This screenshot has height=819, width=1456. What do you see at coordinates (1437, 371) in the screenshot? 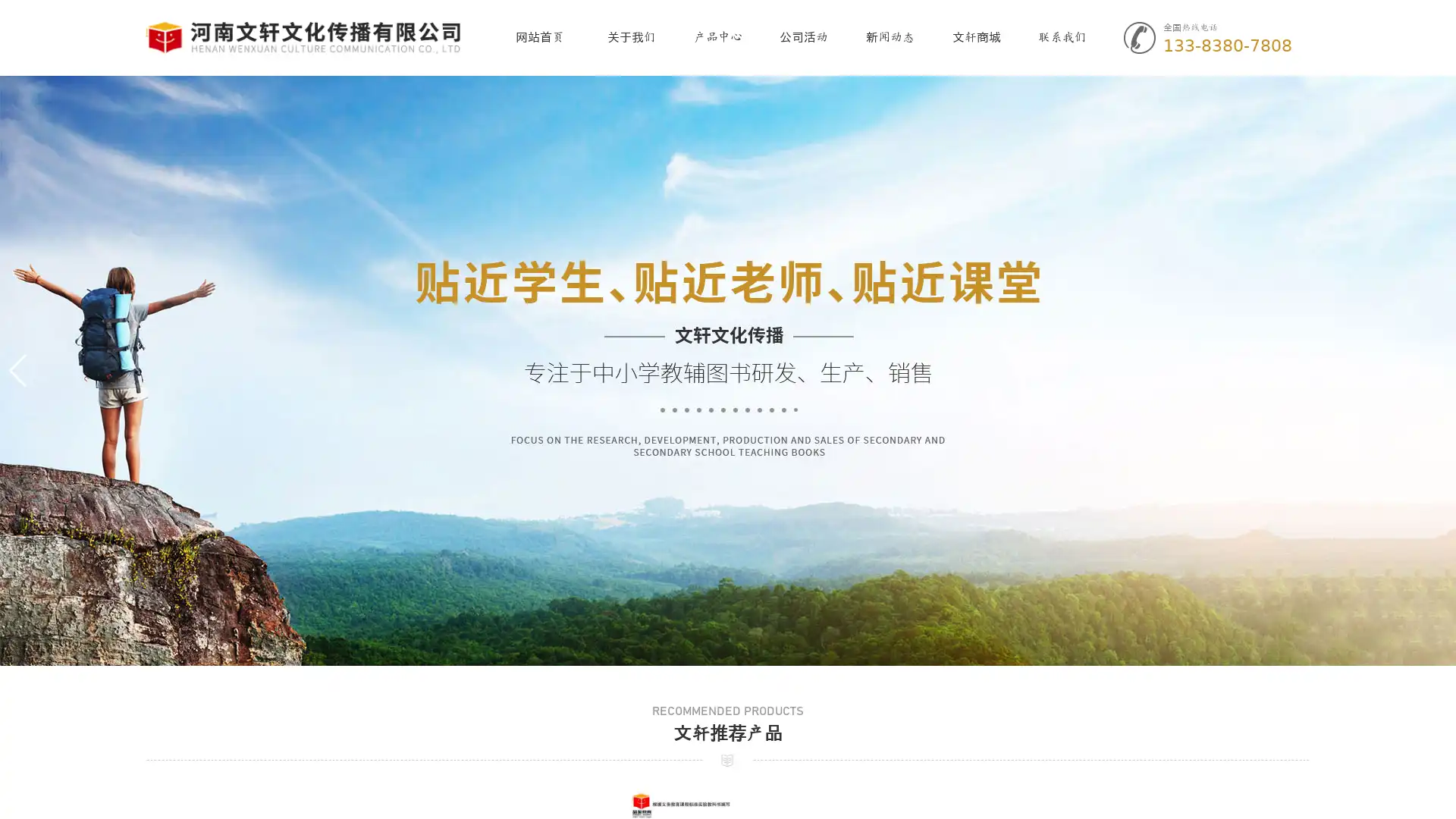
I see `Next slide` at bounding box center [1437, 371].